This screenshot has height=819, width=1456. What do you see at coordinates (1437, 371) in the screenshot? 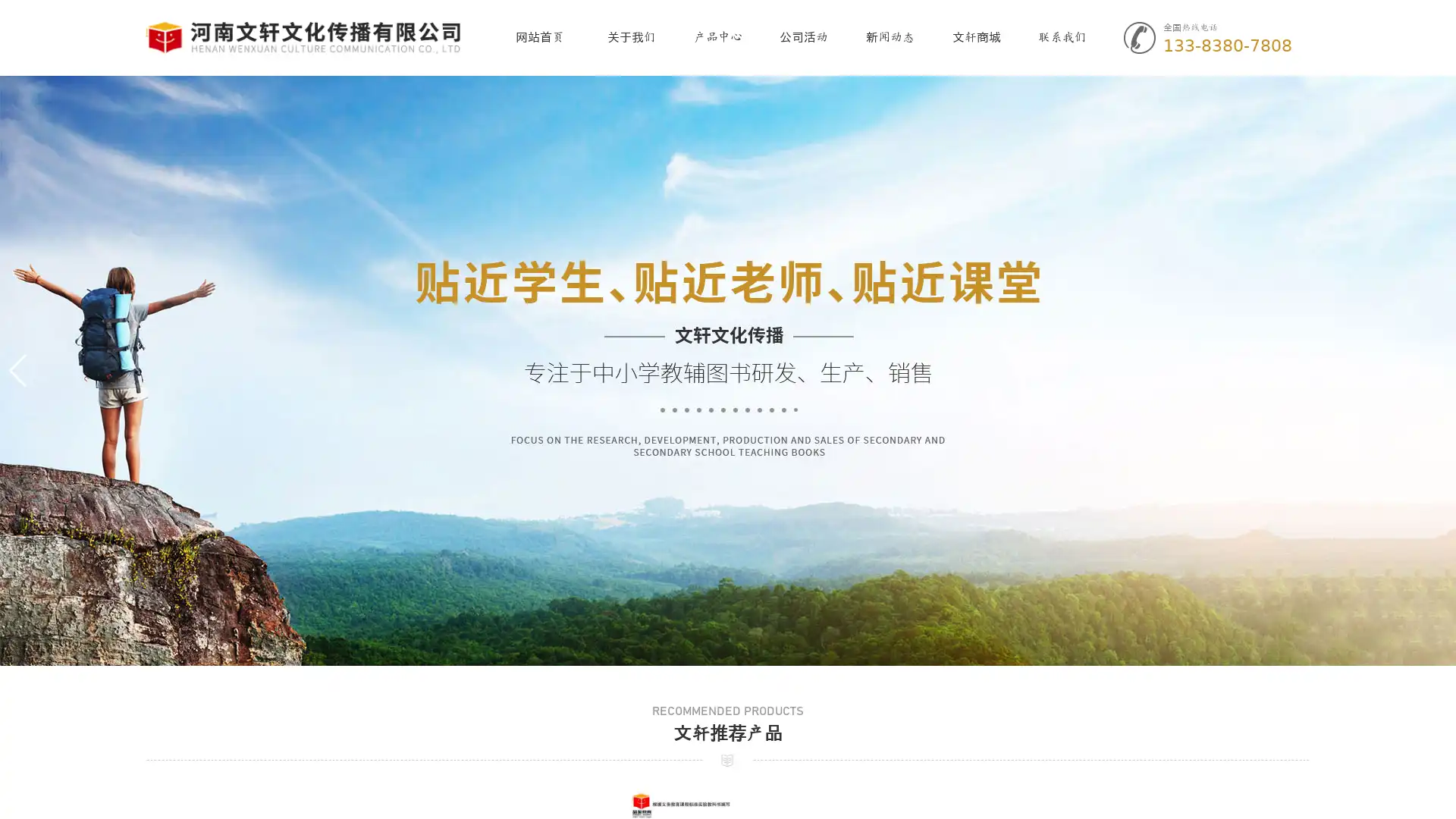
I see `Next slide` at bounding box center [1437, 371].